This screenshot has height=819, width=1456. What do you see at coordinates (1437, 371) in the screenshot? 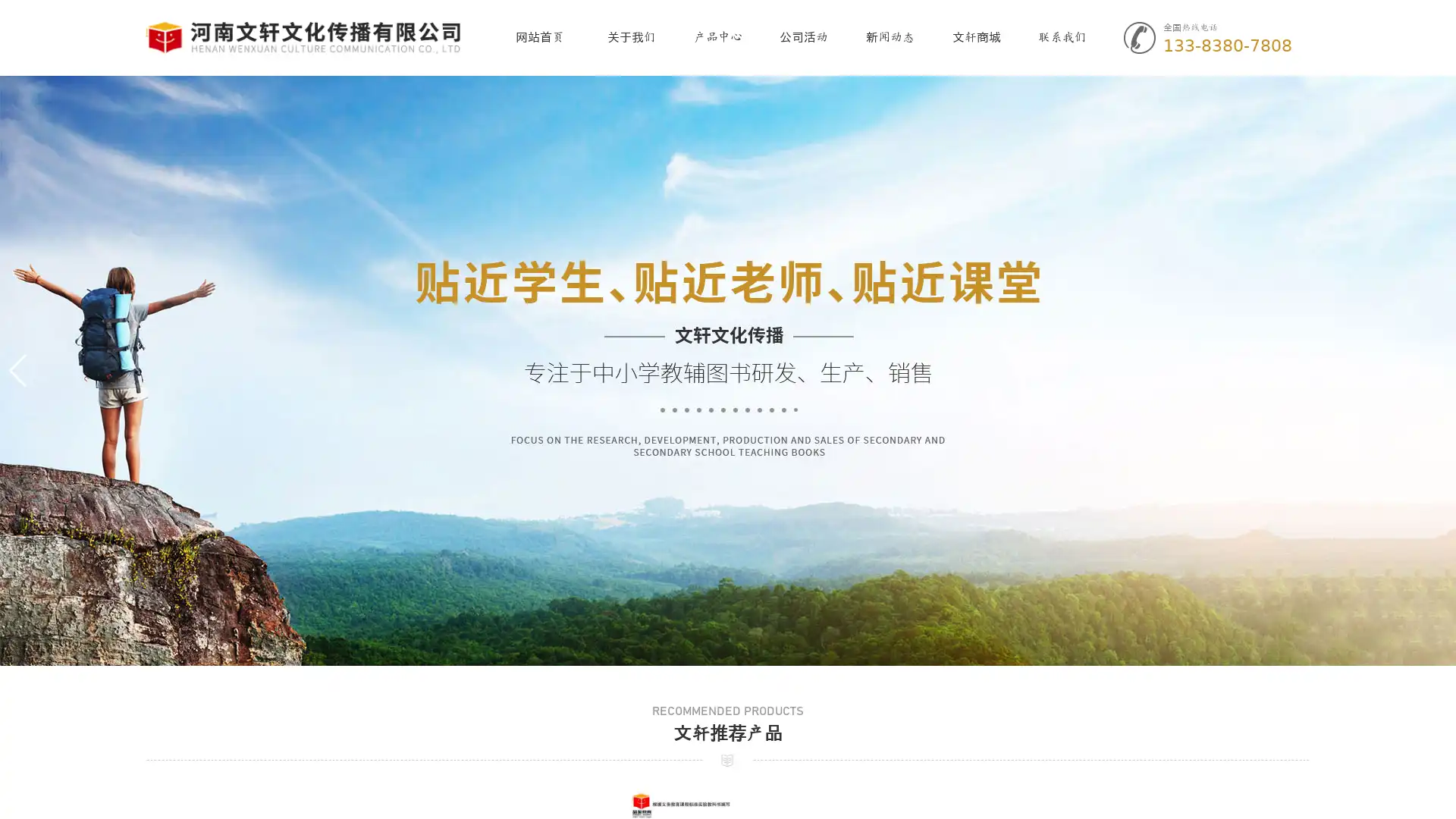
I see `Next slide` at bounding box center [1437, 371].